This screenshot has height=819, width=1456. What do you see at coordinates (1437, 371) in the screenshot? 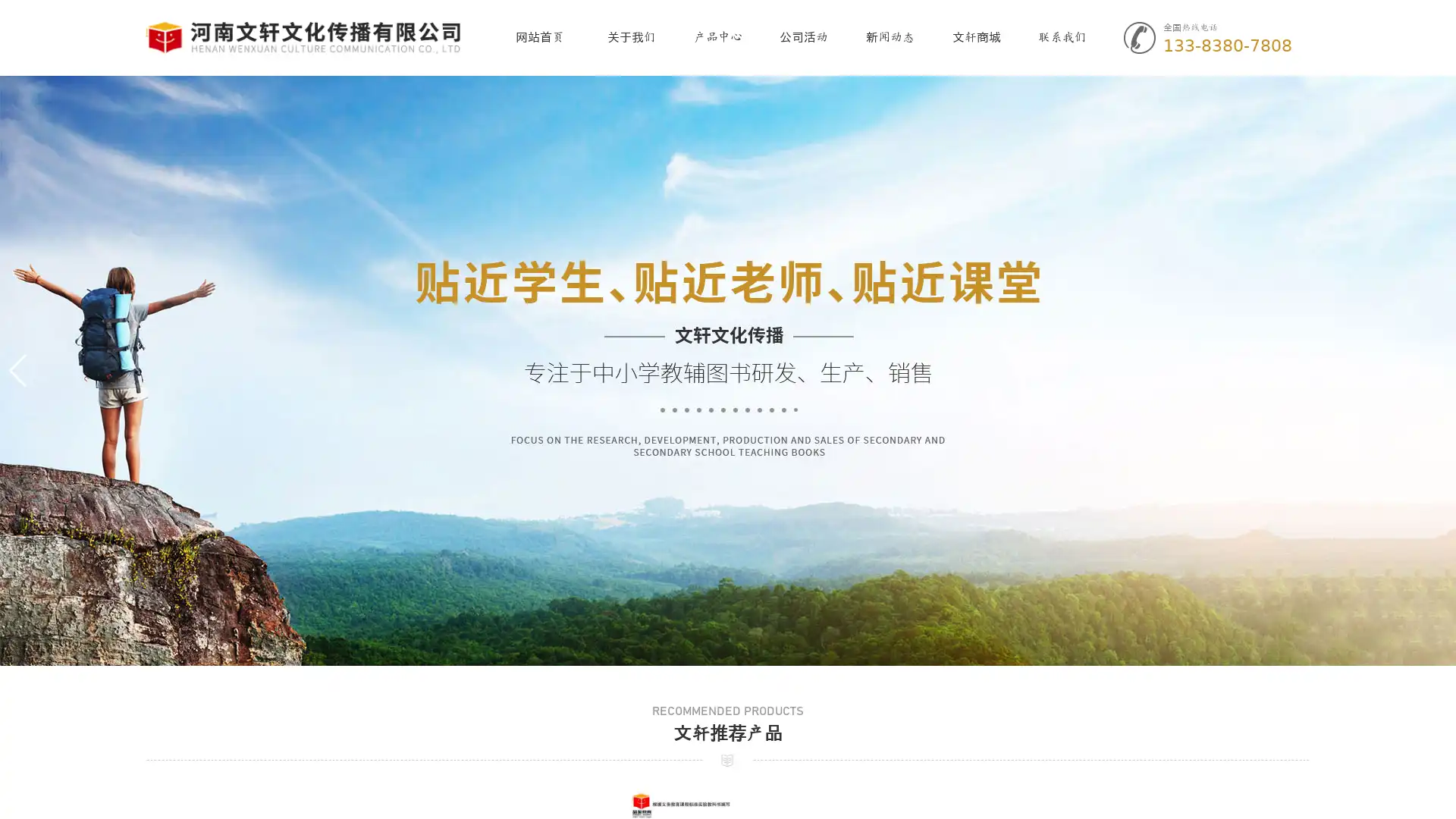
I see `Next slide` at bounding box center [1437, 371].